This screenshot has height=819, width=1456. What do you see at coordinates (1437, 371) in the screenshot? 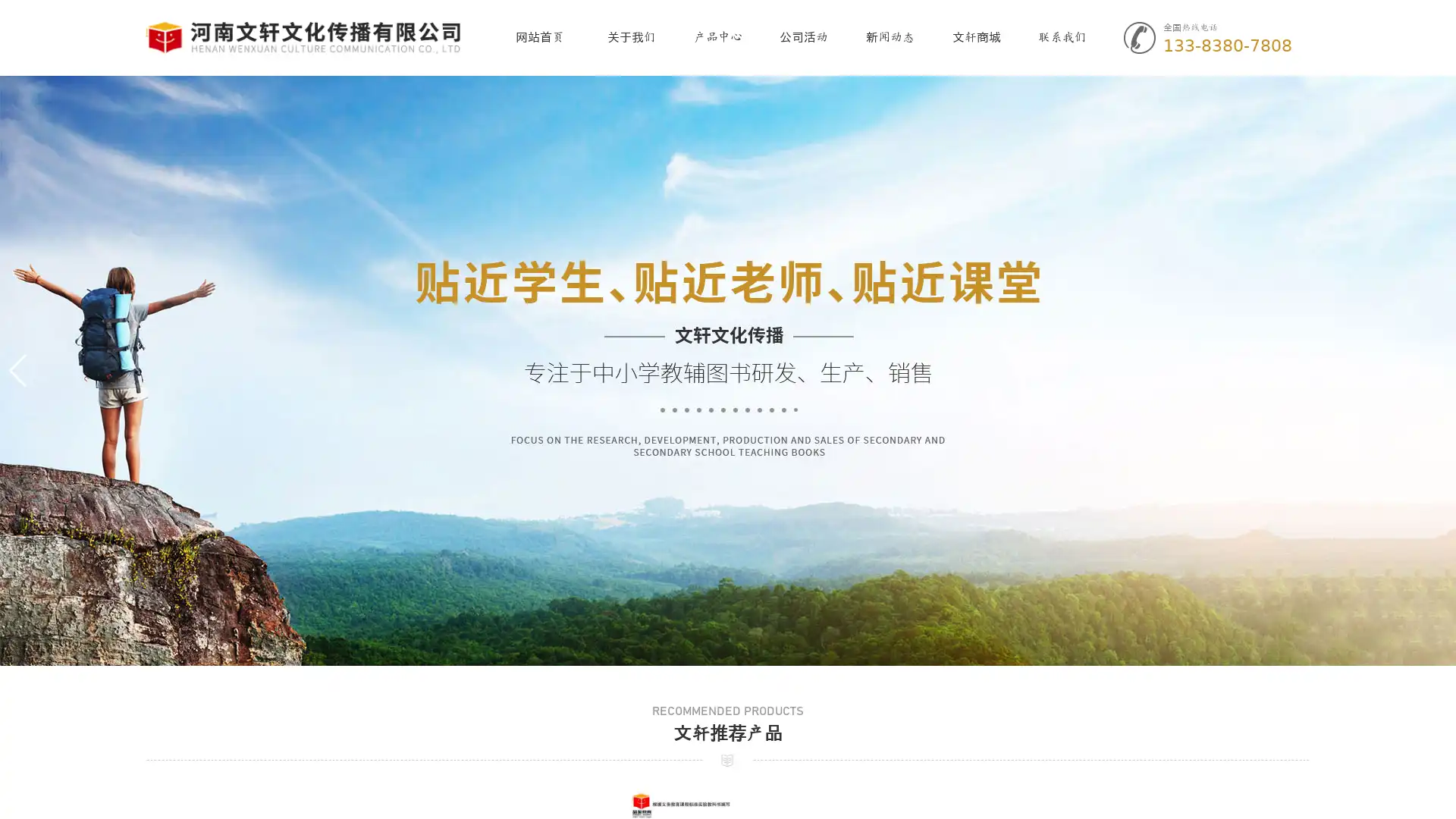
I see `Next slide` at bounding box center [1437, 371].